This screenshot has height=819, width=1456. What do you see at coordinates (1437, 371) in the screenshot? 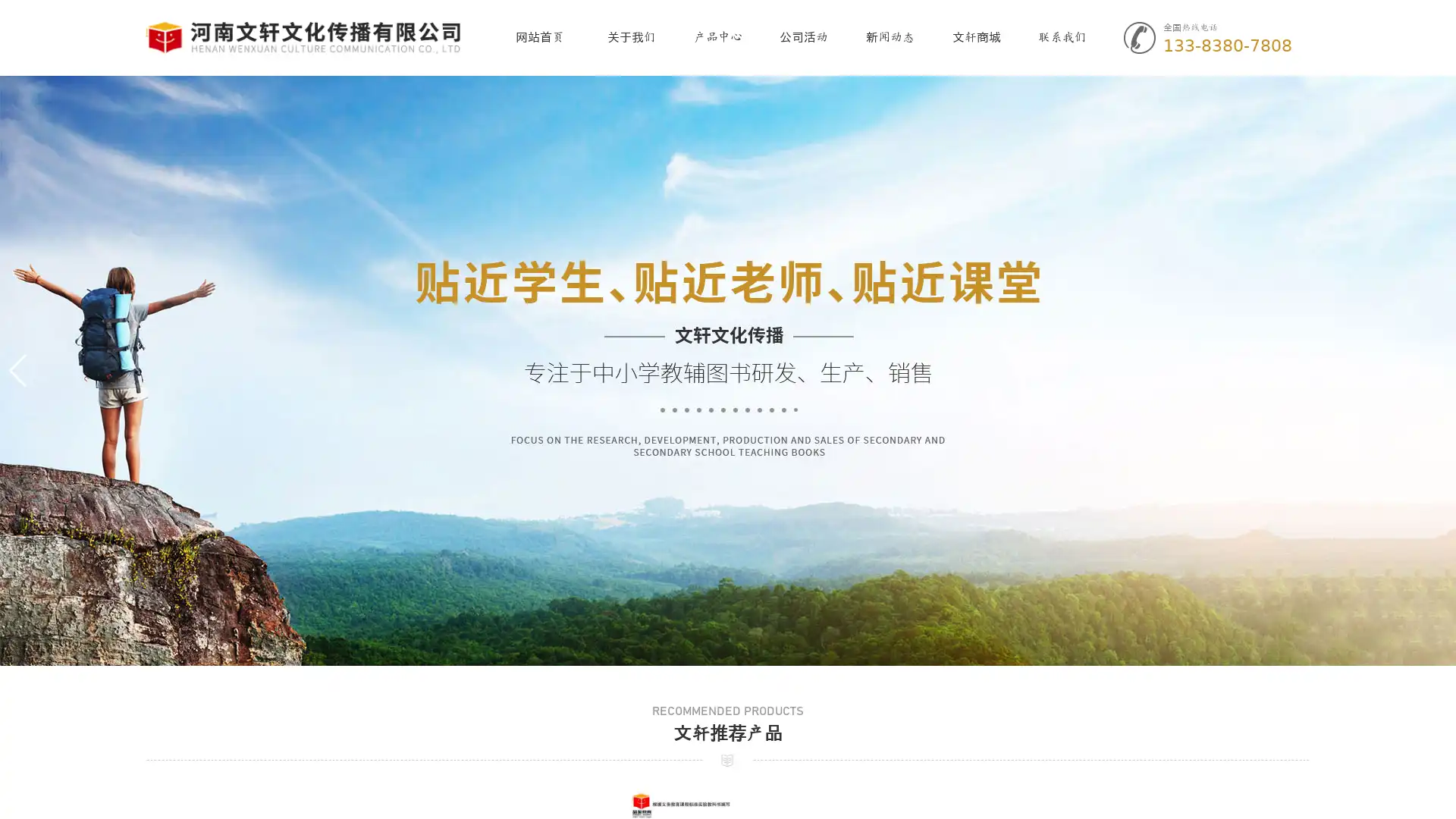
I see `Next slide` at bounding box center [1437, 371].